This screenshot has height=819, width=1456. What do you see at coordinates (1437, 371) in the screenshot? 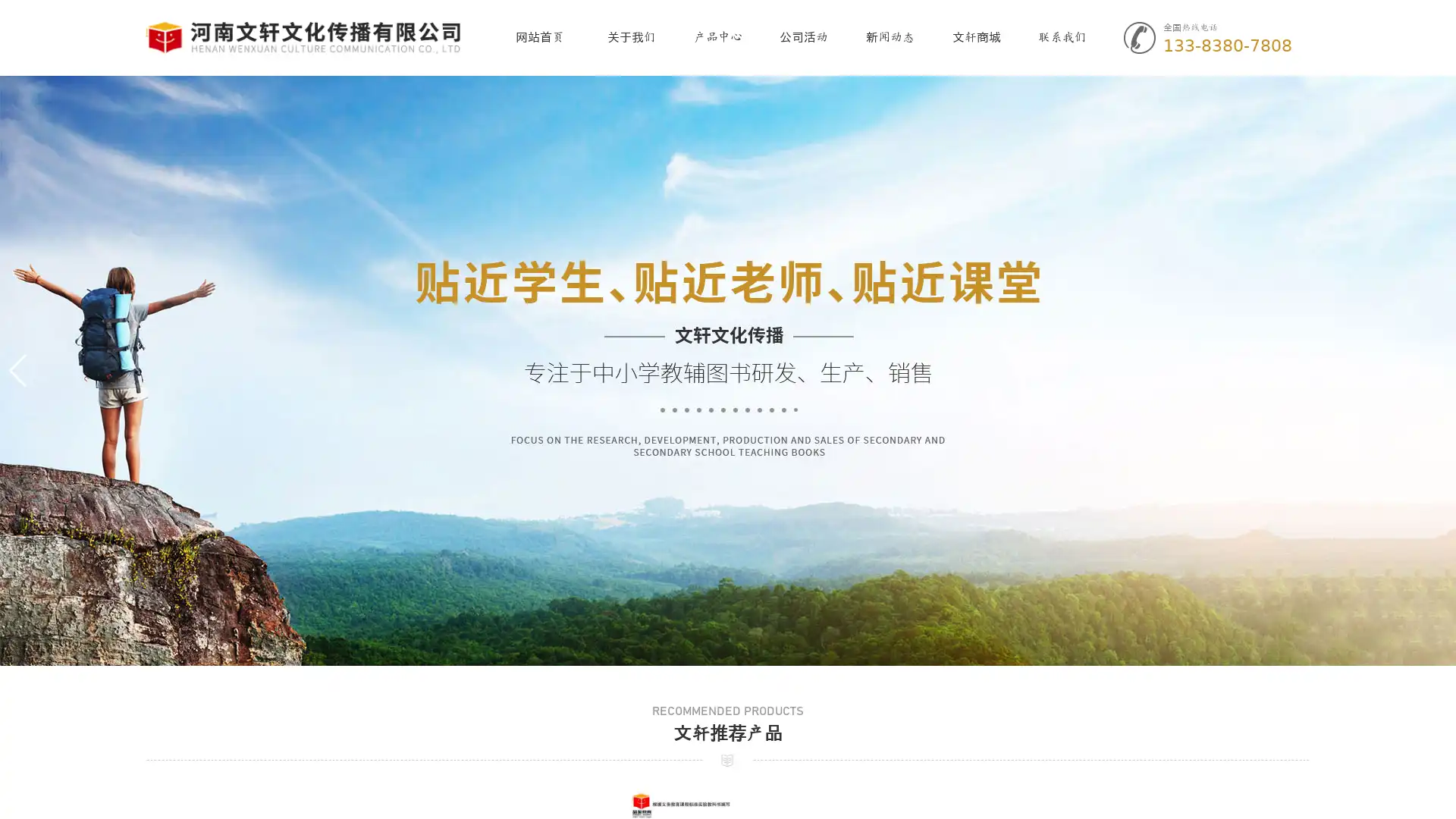
I see `Next slide` at bounding box center [1437, 371].